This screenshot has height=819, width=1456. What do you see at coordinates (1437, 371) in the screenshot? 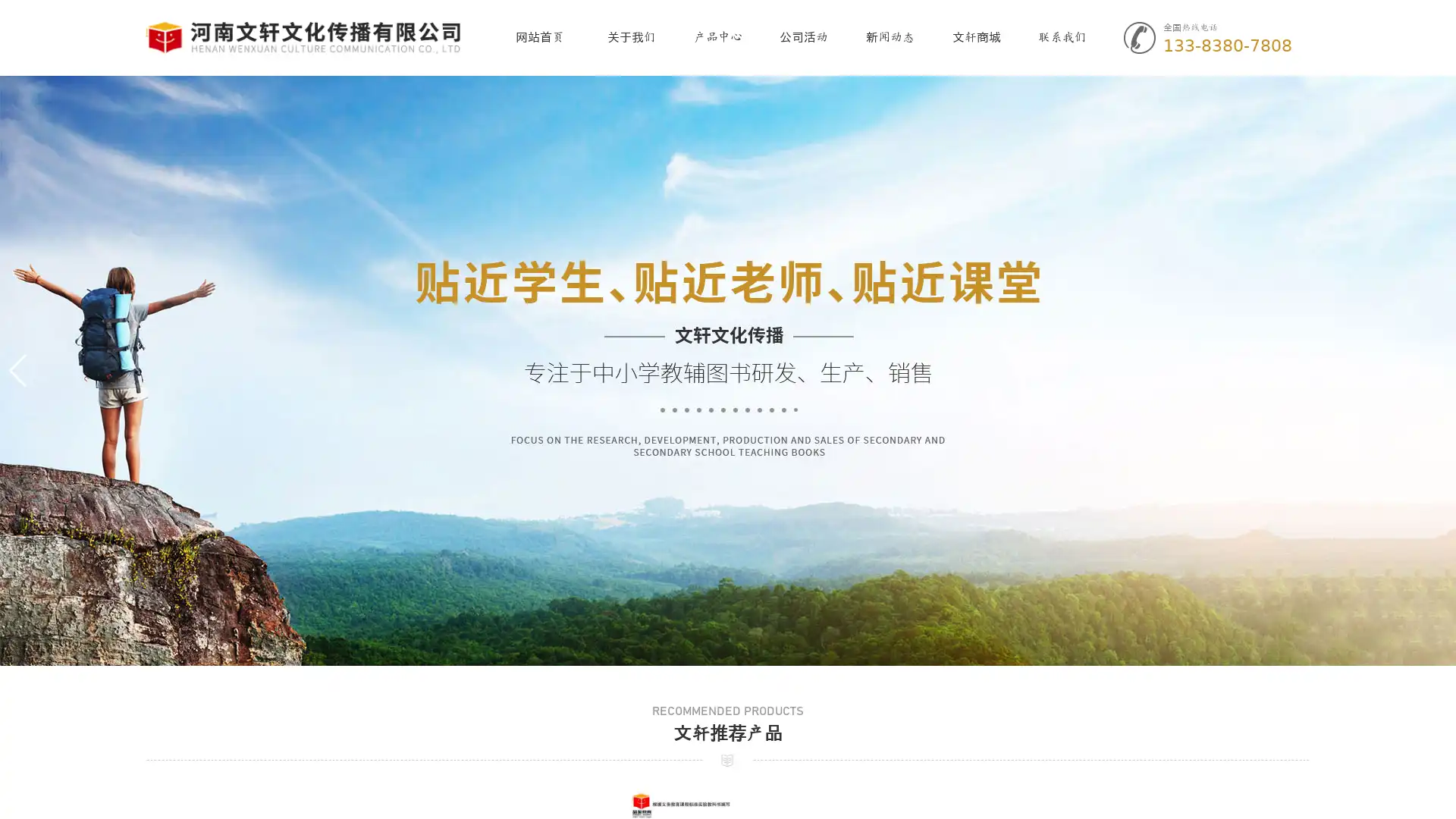
I see `Next slide` at bounding box center [1437, 371].